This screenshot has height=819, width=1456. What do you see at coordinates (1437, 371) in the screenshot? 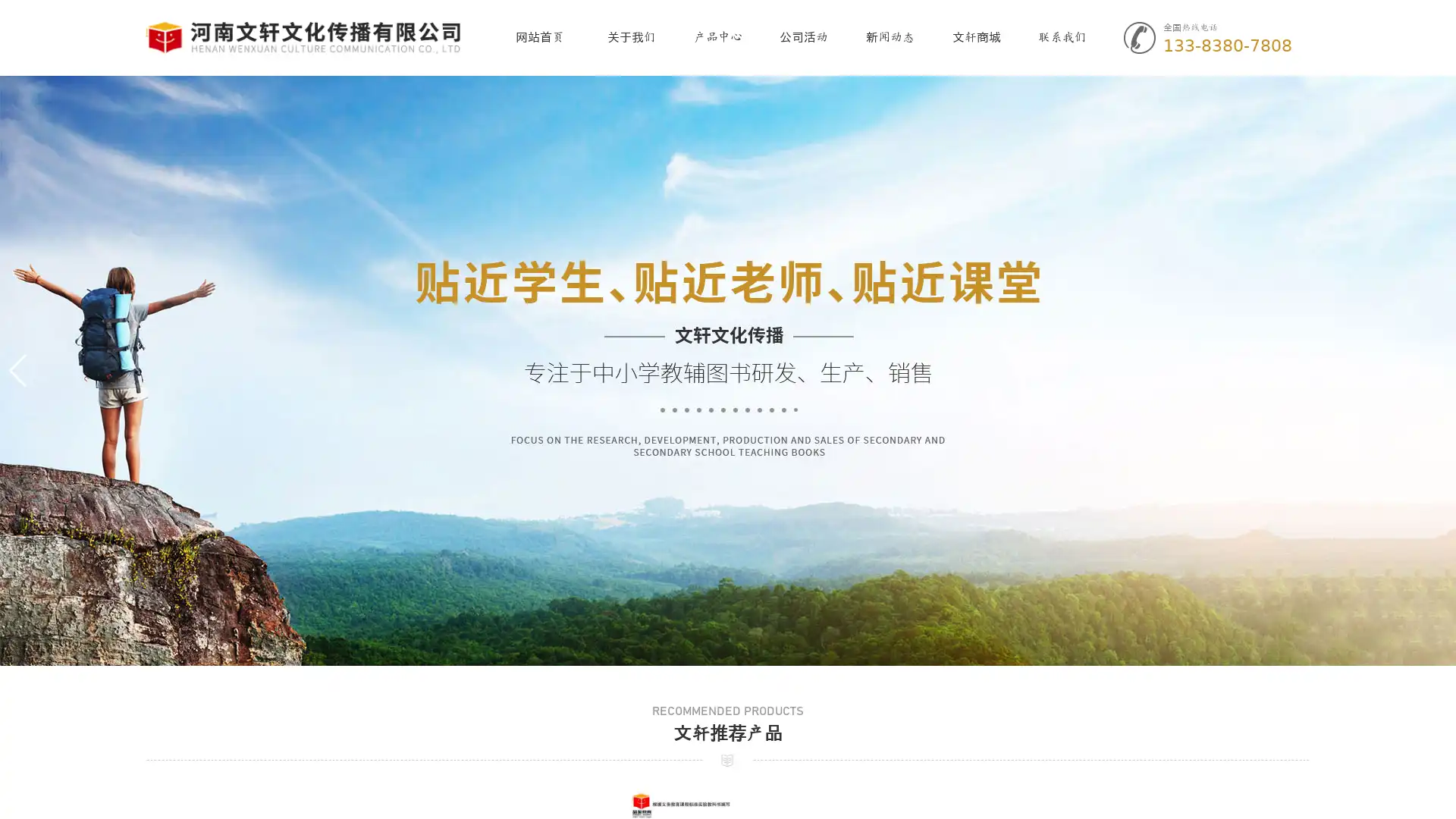
I see `Next slide` at bounding box center [1437, 371].